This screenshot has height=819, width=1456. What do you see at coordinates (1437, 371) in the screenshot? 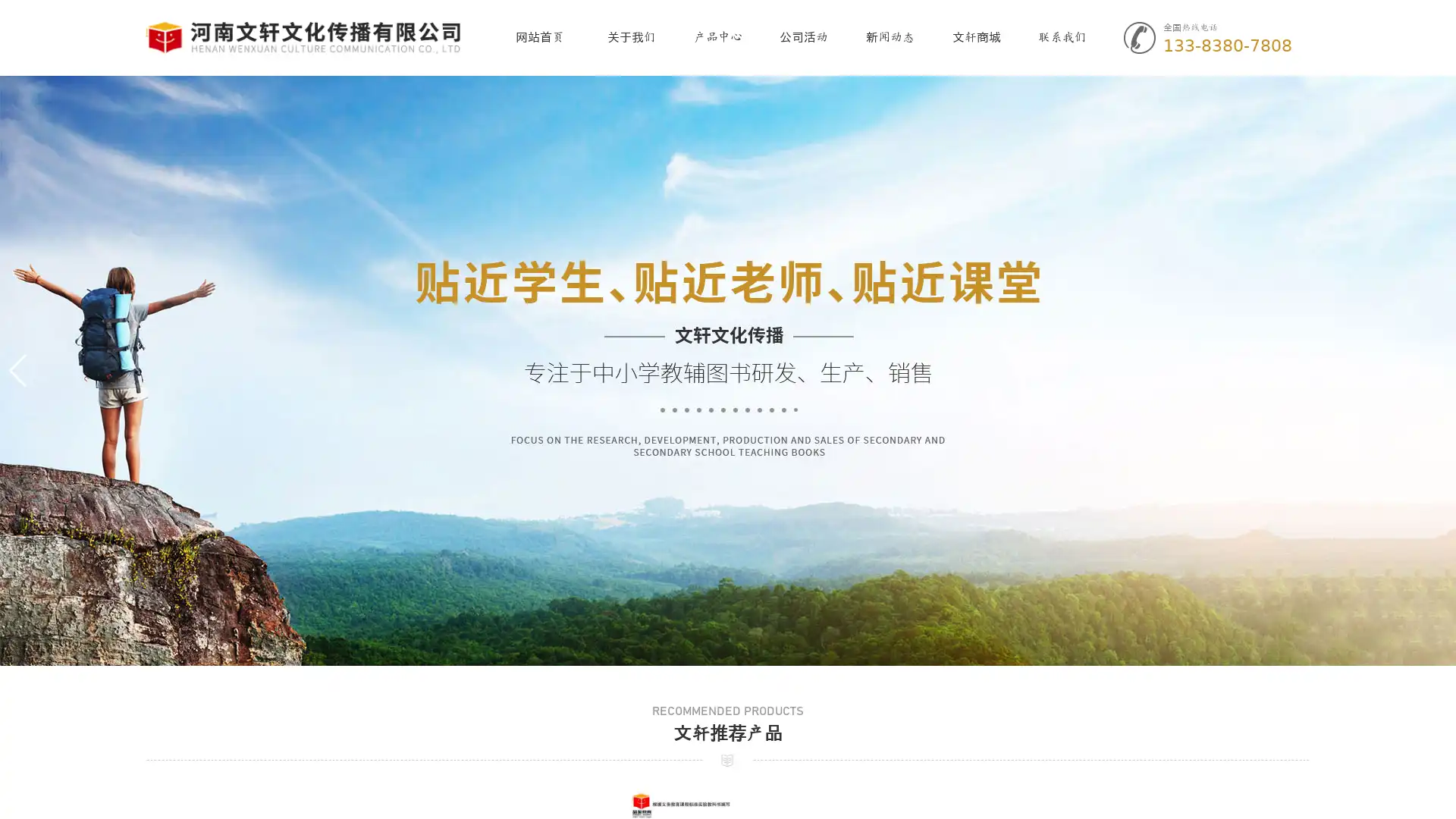
I see `Next slide` at bounding box center [1437, 371].